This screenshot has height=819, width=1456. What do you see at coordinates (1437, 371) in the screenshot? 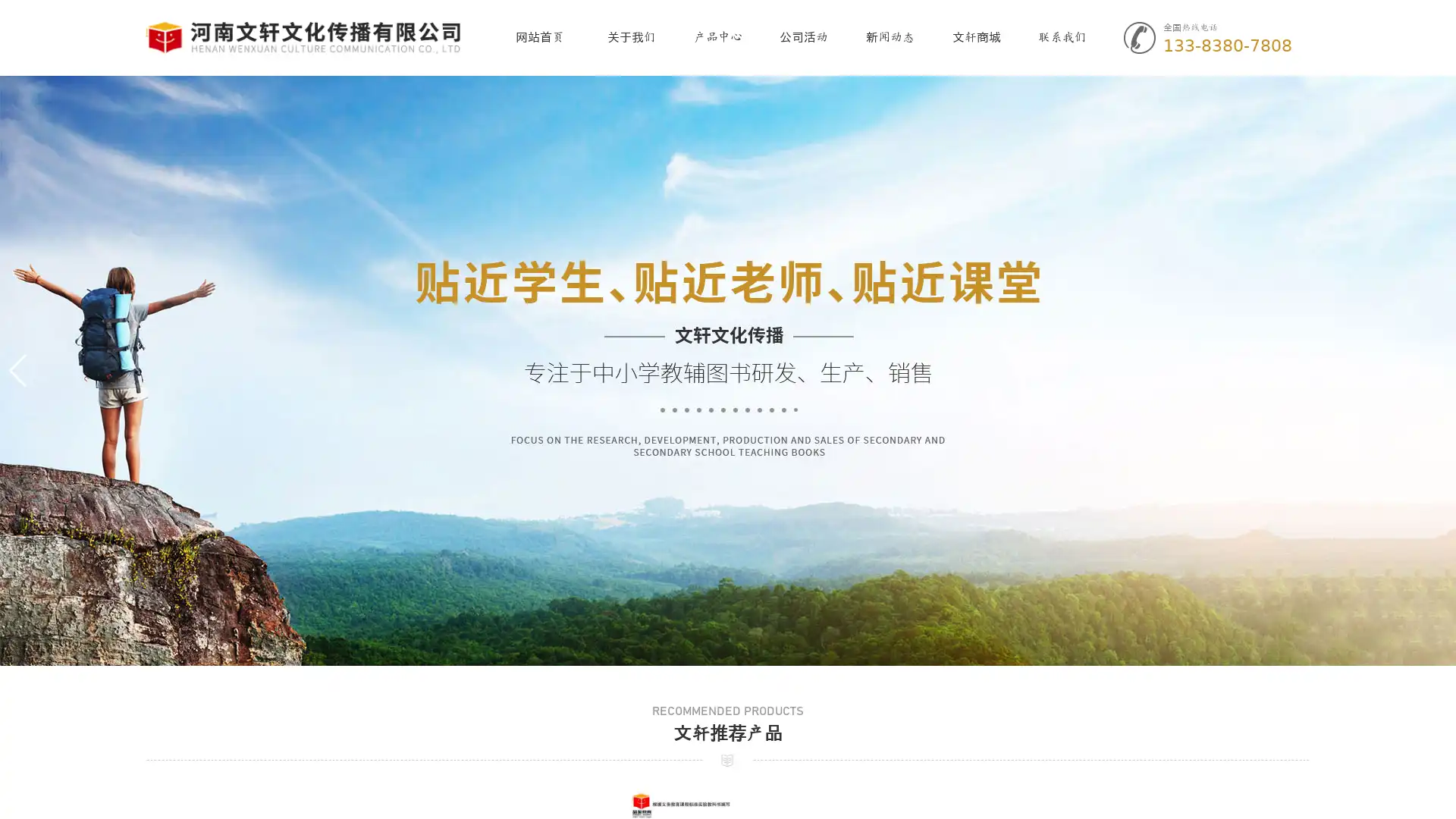
I see `Next slide` at bounding box center [1437, 371].